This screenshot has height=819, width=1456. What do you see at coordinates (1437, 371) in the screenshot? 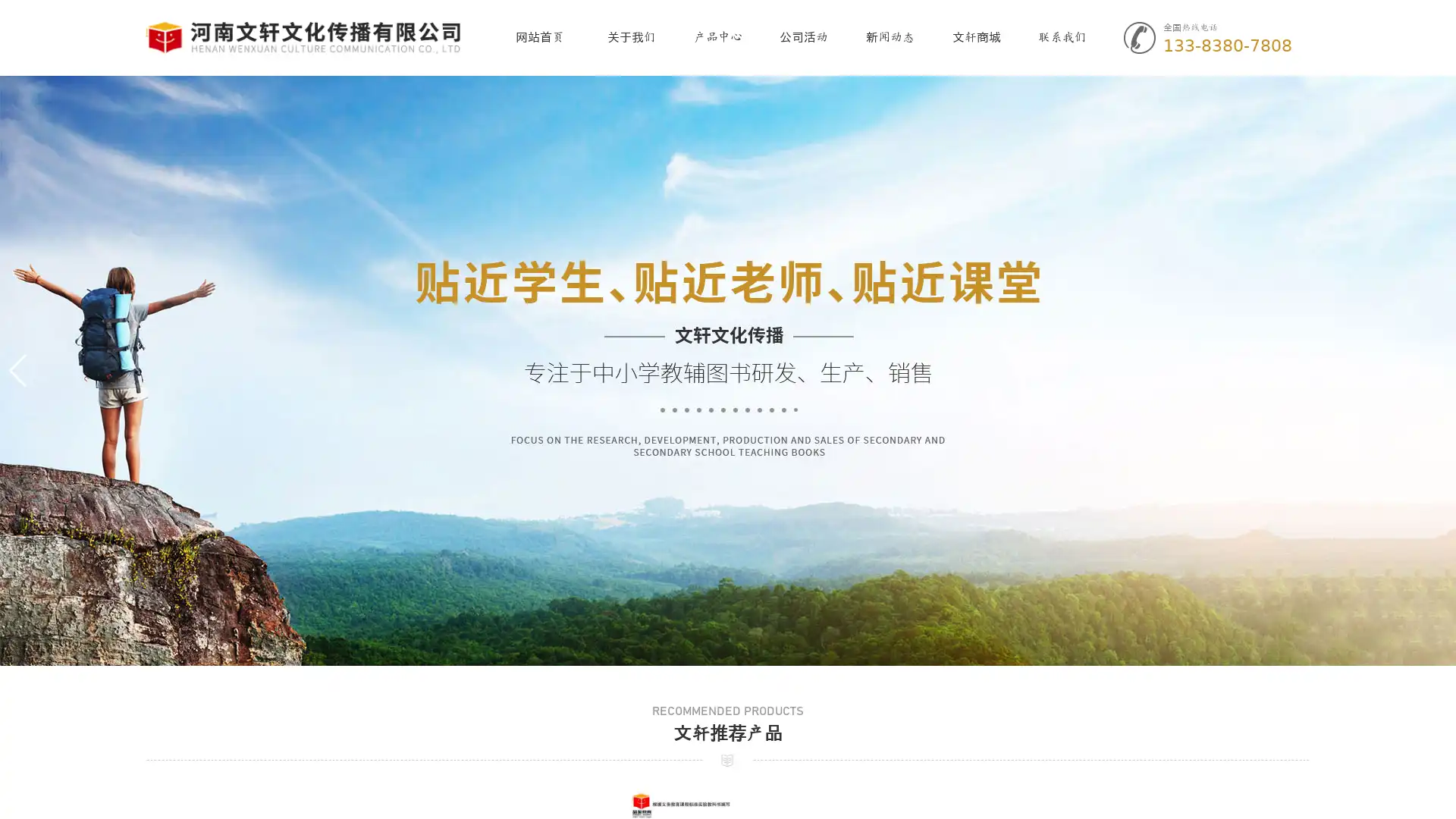
I see `Next slide` at bounding box center [1437, 371].